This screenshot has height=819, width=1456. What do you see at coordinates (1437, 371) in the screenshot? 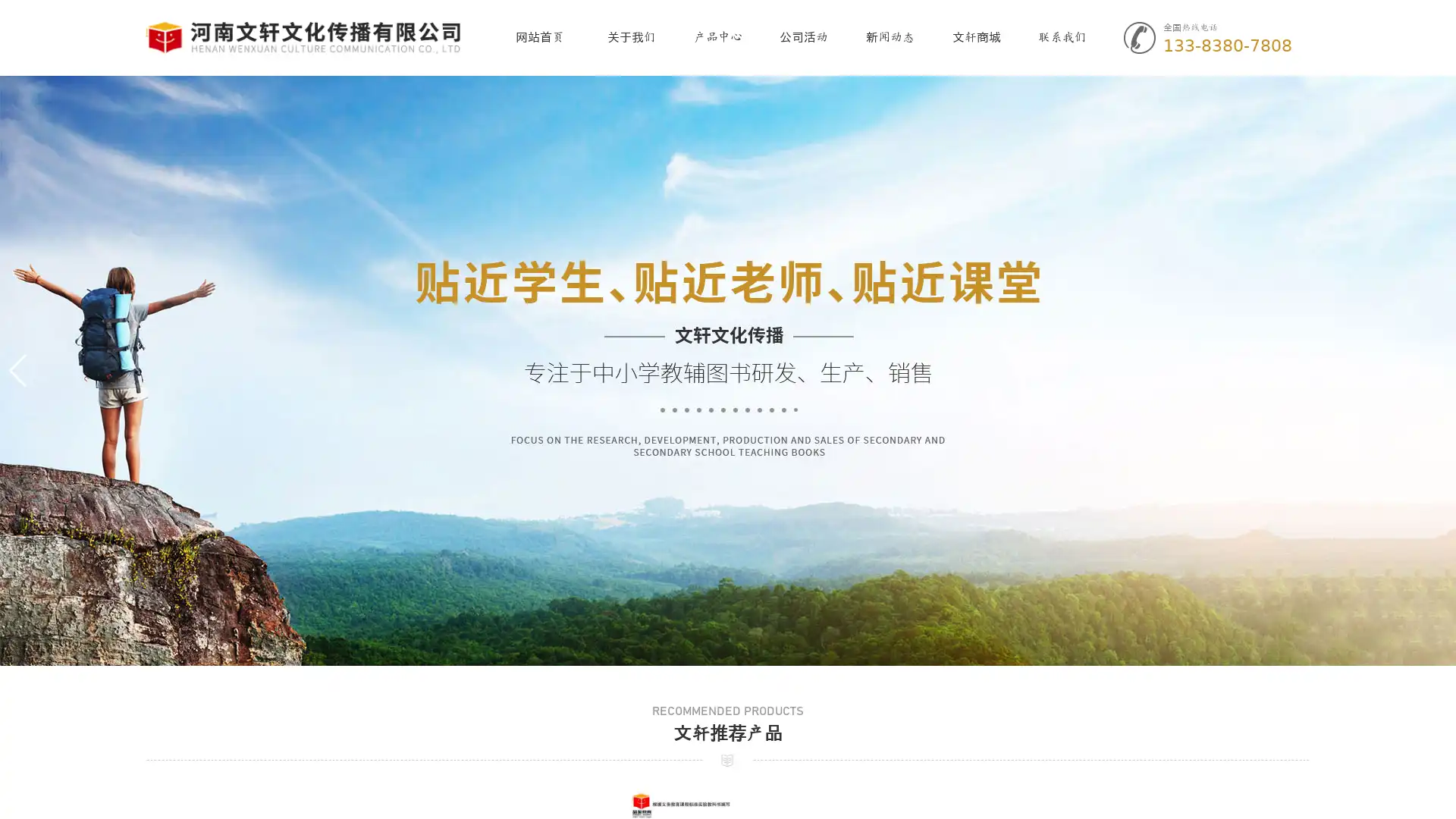
I see `Next slide` at bounding box center [1437, 371].